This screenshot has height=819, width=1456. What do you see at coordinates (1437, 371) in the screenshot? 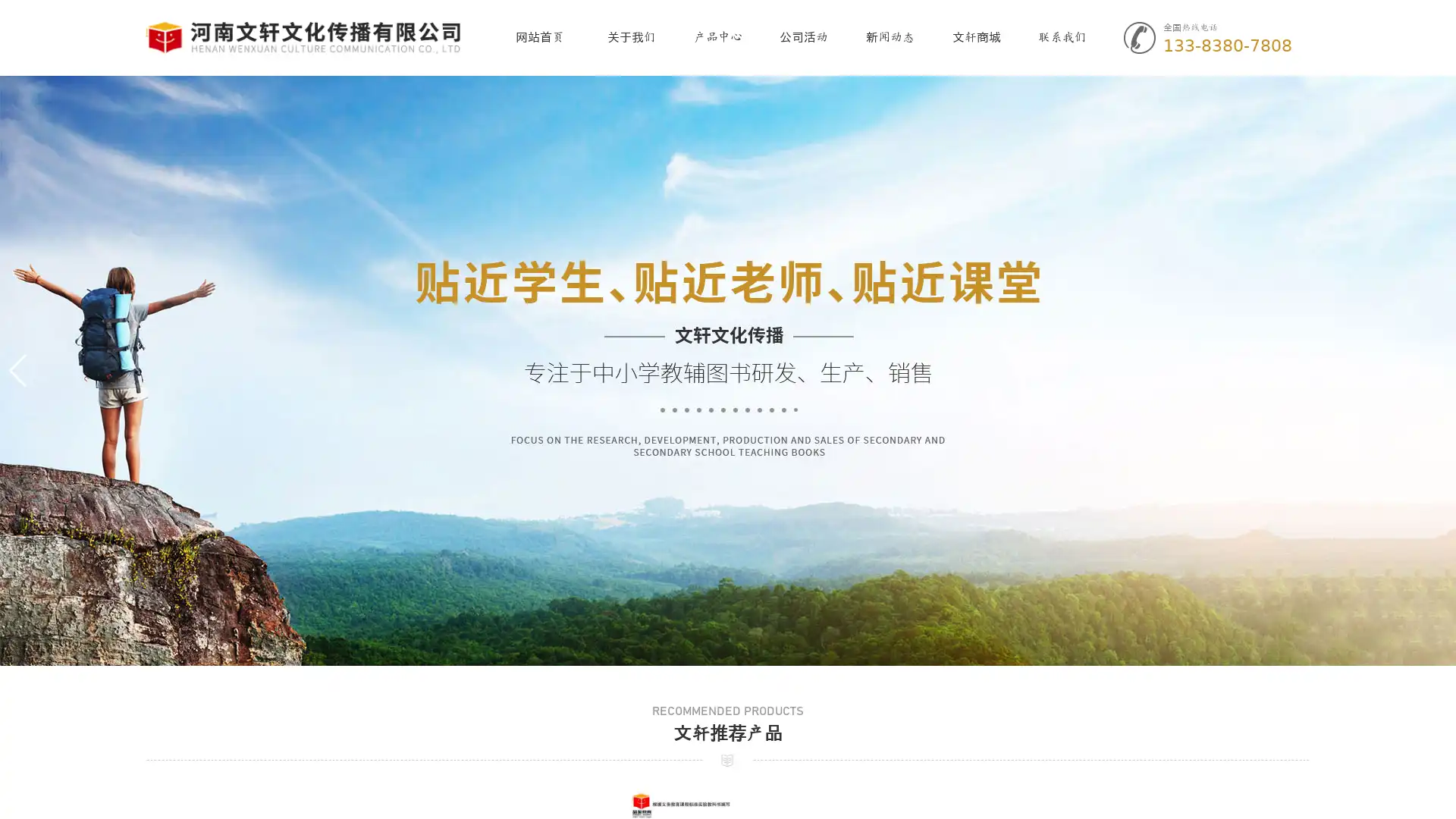
I see `Next slide` at bounding box center [1437, 371].